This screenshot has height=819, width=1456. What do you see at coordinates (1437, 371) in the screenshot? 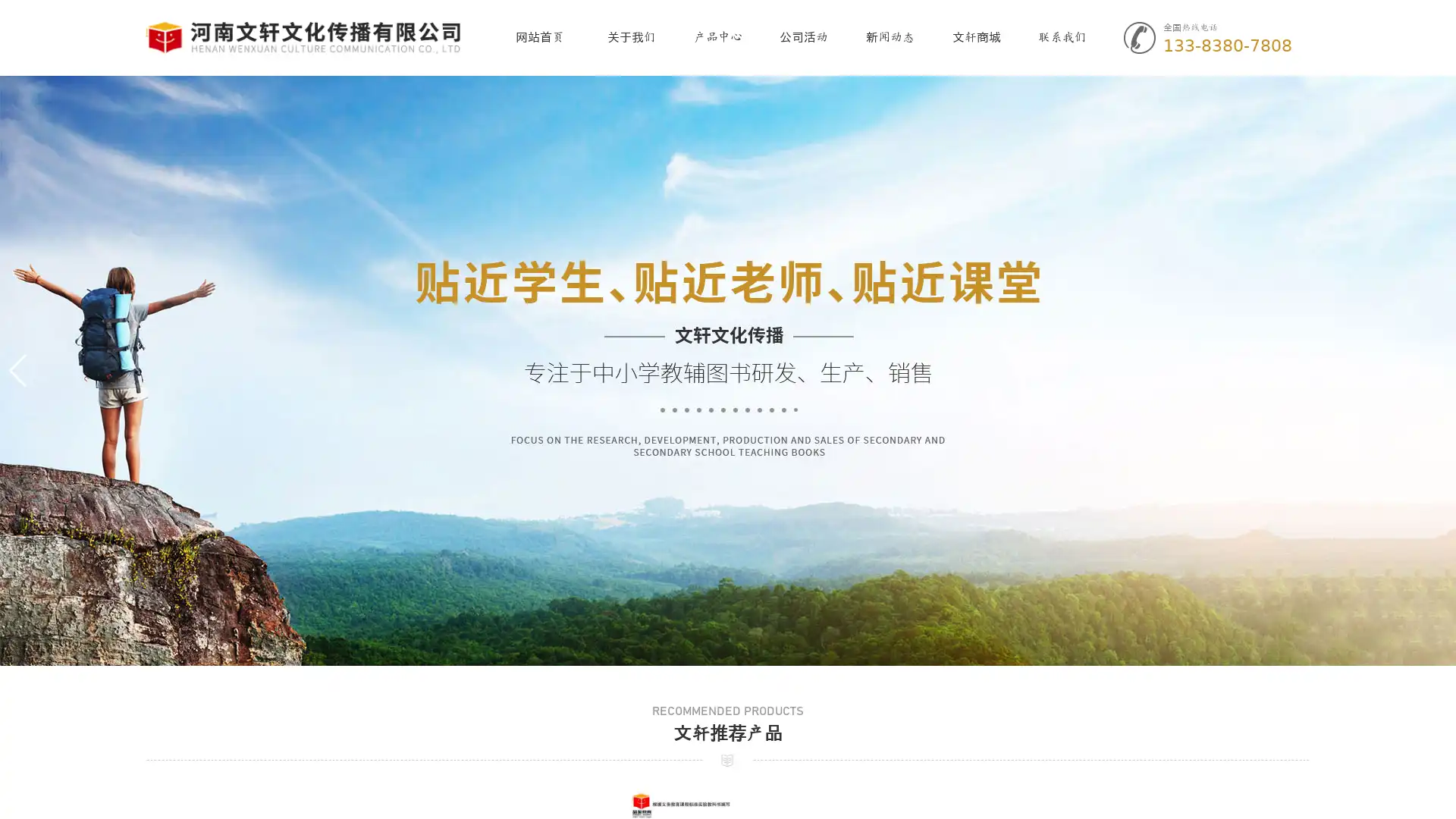
I see `Next slide` at bounding box center [1437, 371].